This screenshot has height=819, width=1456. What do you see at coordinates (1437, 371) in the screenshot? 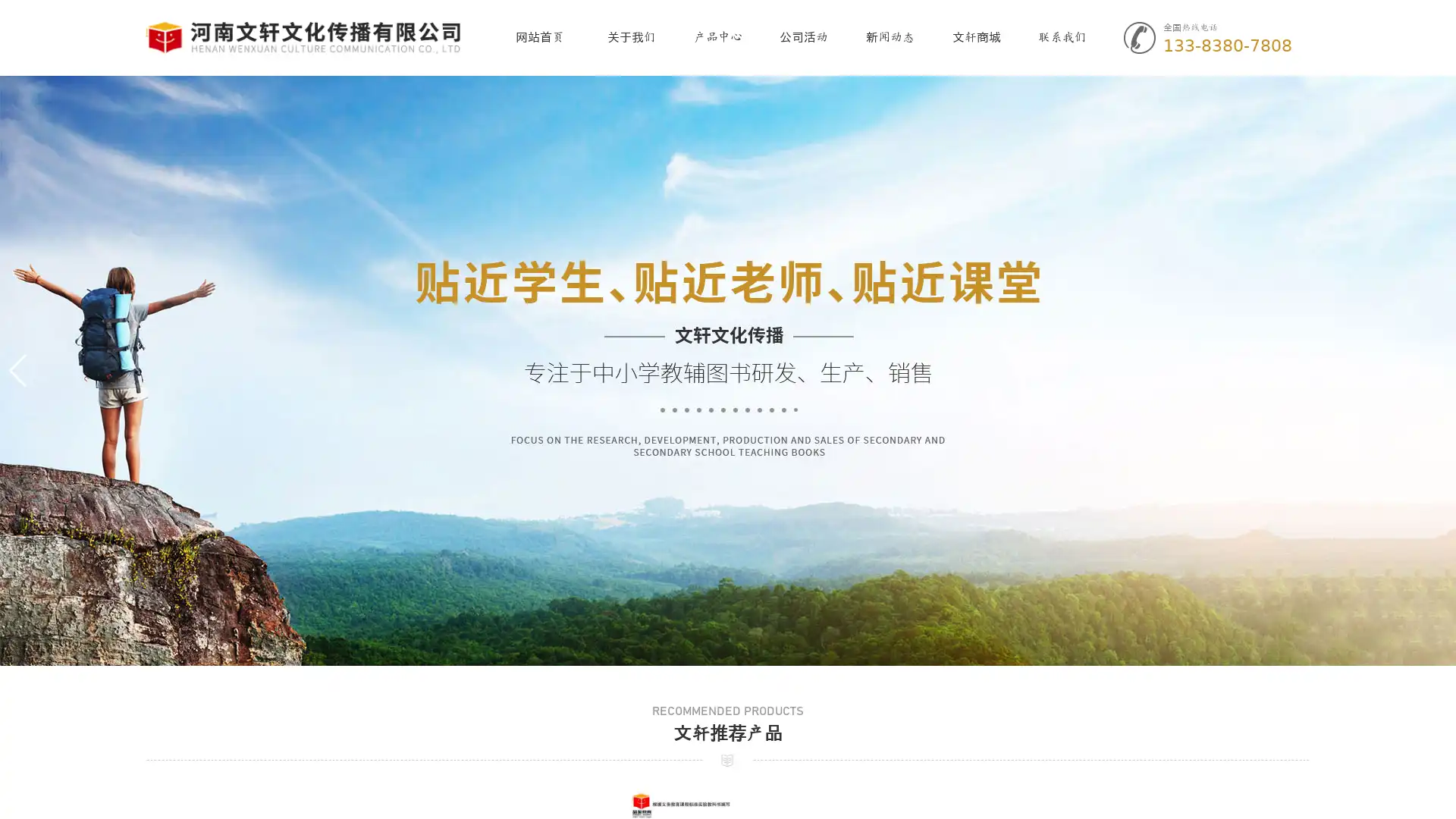
I see `Next slide` at bounding box center [1437, 371].